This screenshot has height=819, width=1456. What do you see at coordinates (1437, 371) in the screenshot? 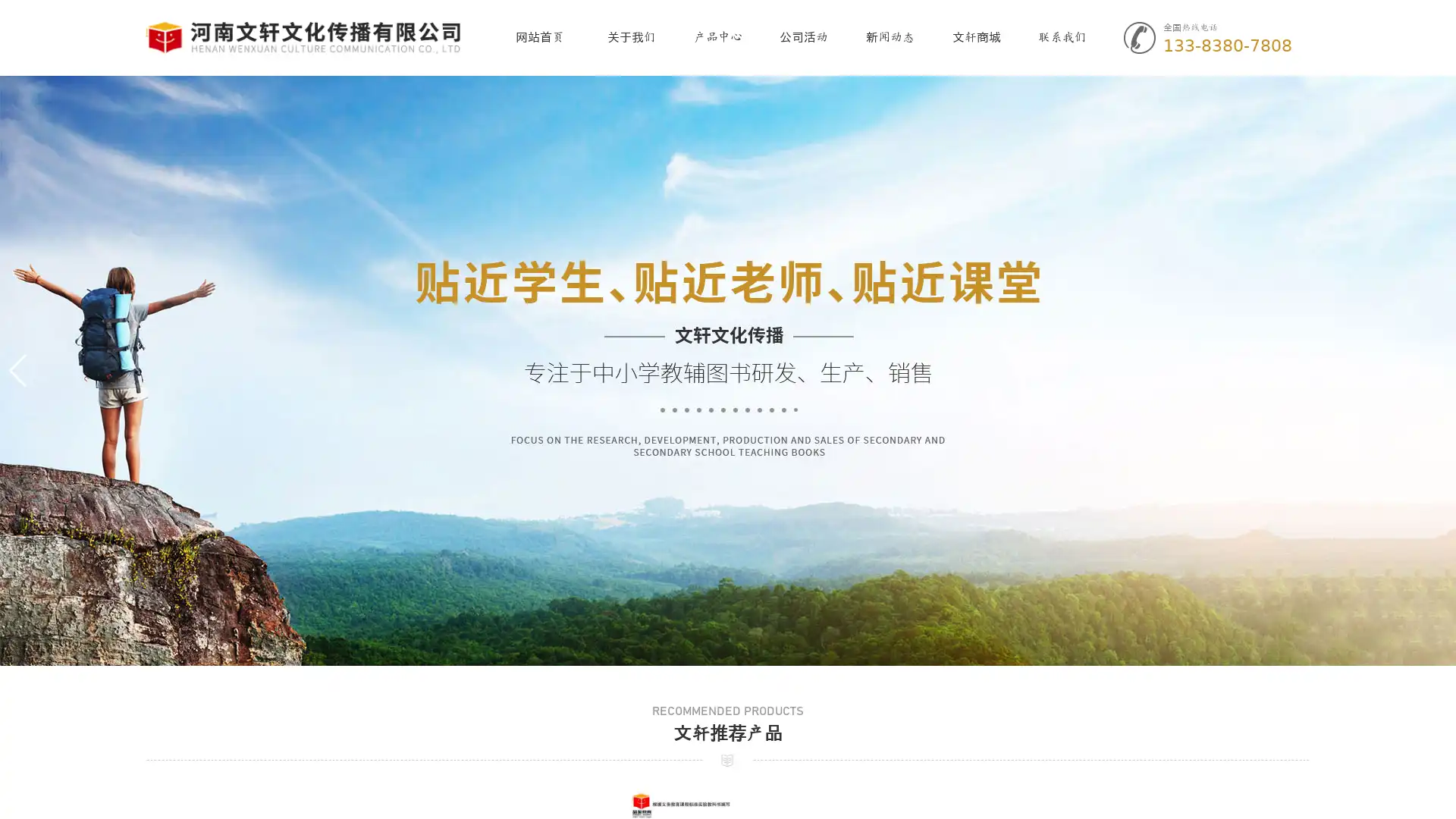
I see `Next slide` at bounding box center [1437, 371].